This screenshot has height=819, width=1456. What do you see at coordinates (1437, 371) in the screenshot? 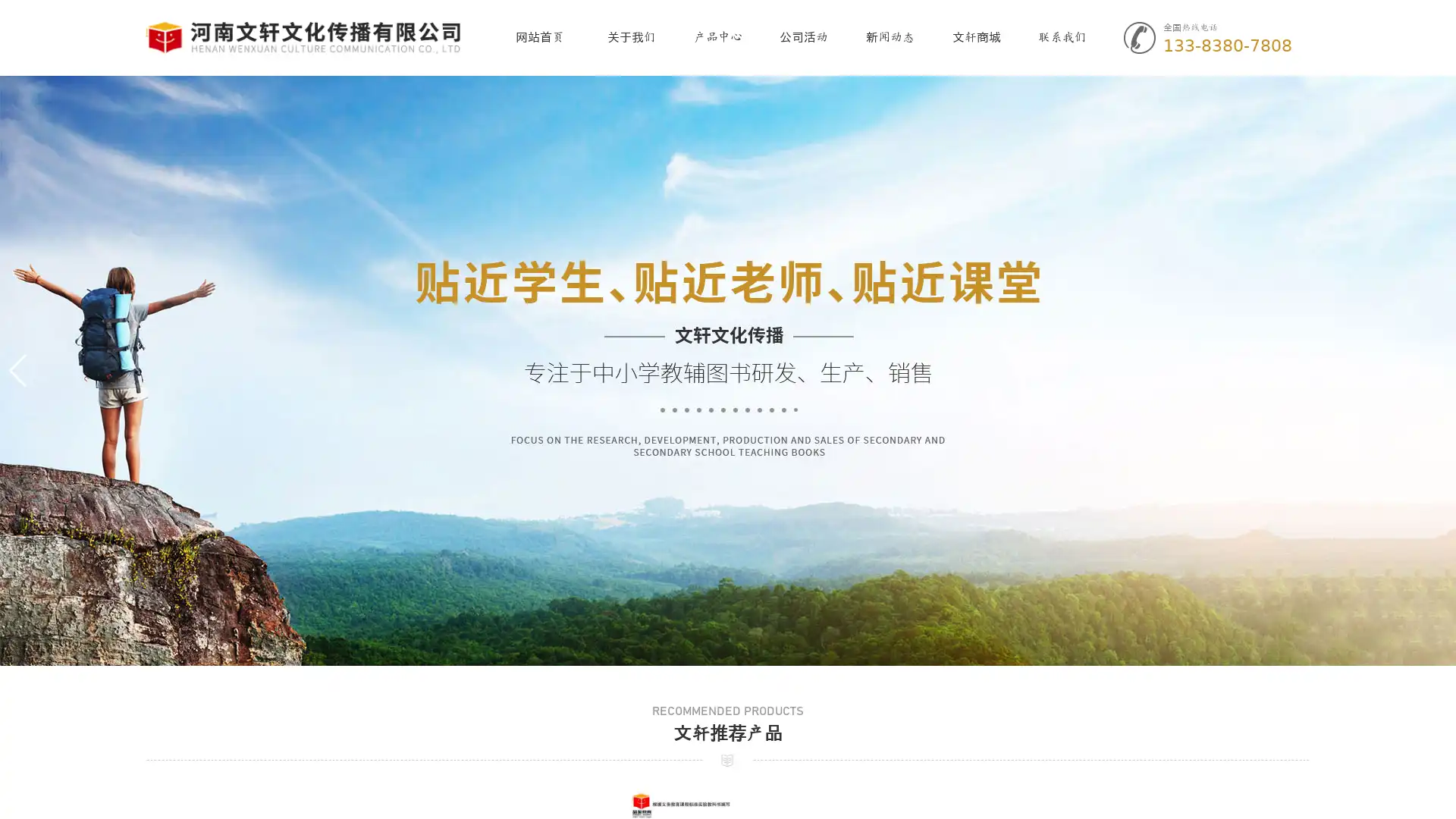
I see `Next slide` at bounding box center [1437, 371].